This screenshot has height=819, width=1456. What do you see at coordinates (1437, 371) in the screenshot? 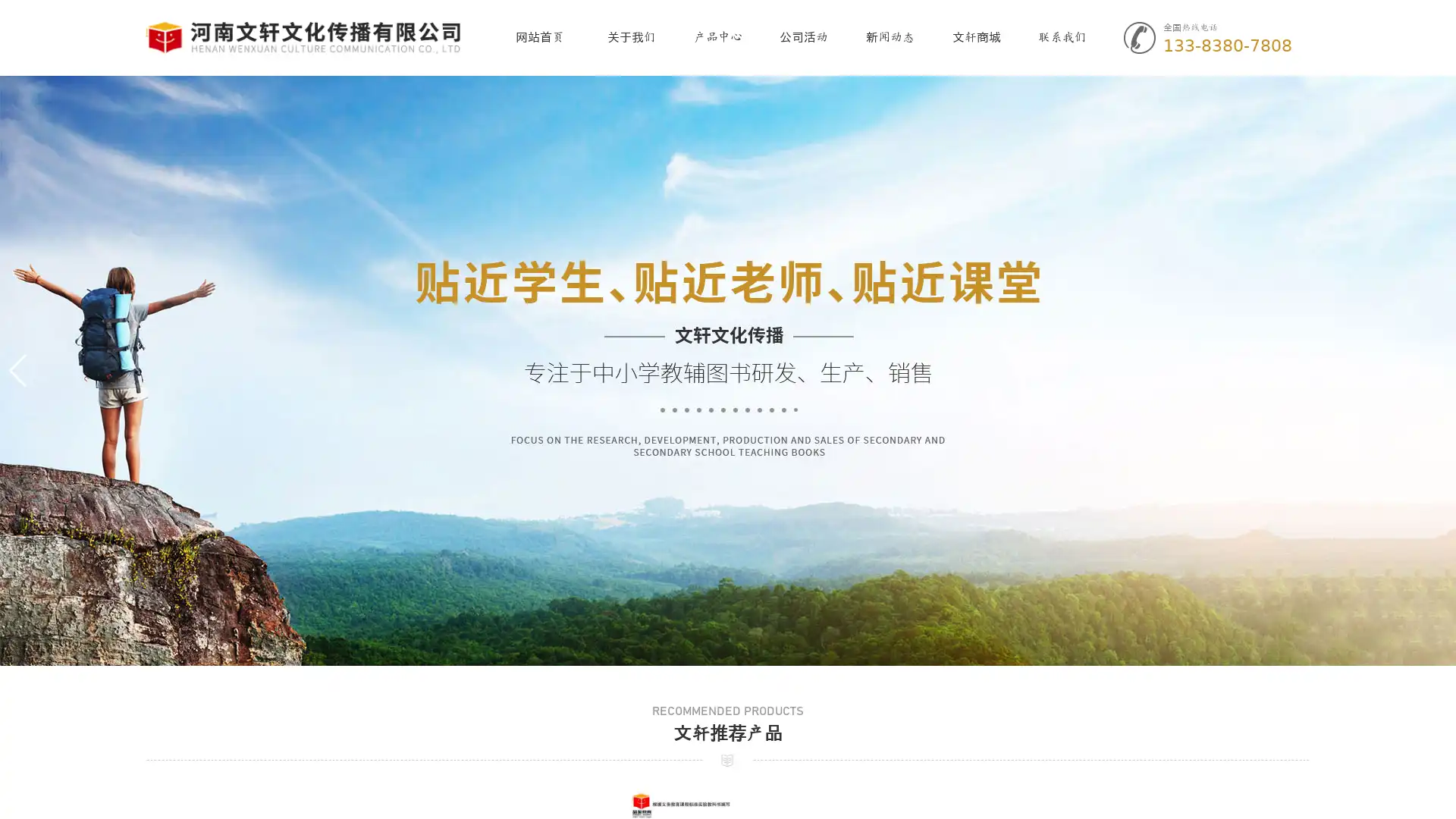
I see `Next slide` at bounding box center [1437, 371].